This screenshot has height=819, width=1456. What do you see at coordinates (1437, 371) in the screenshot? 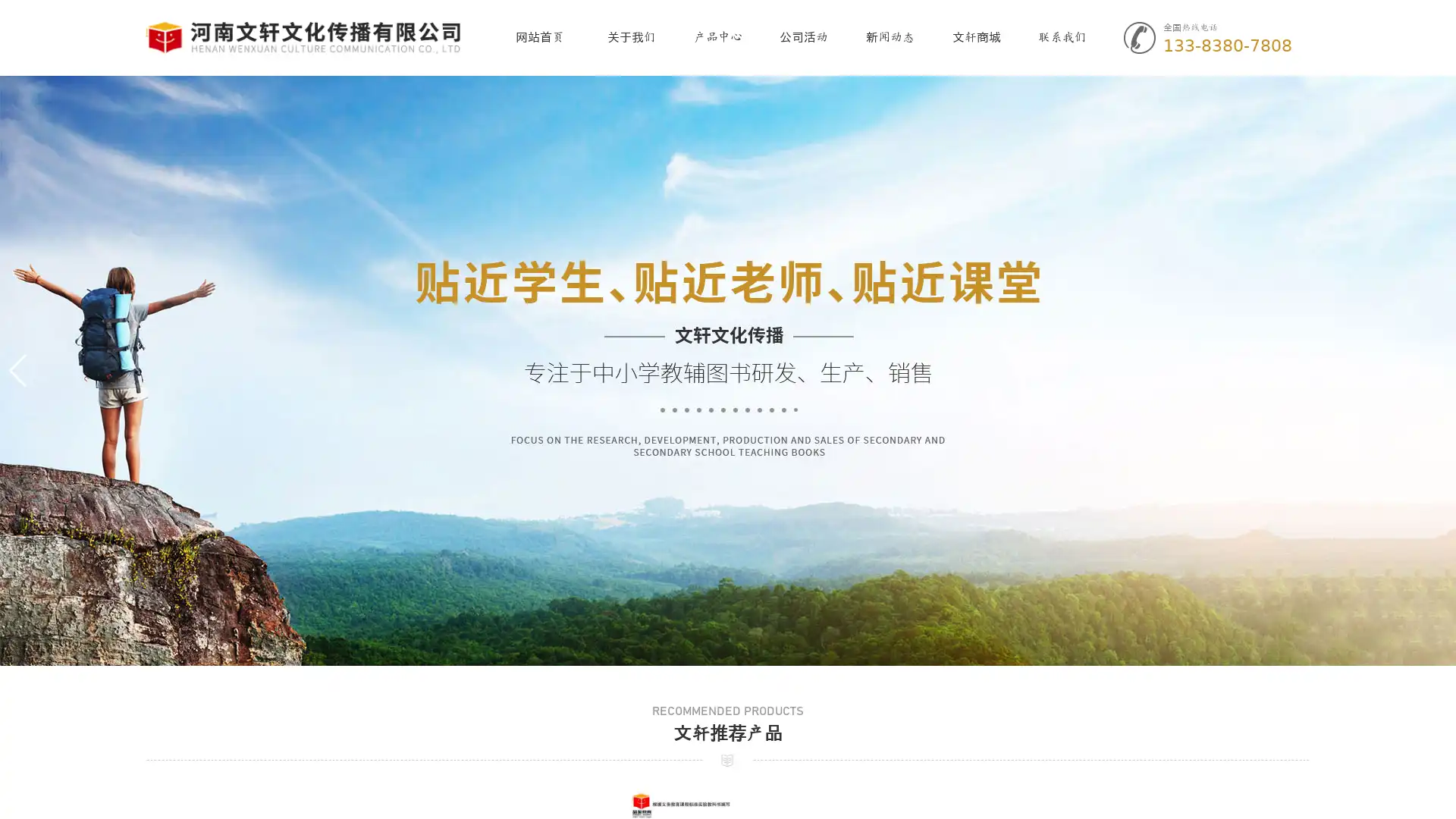
I see `Next slide` at bounding box center [1437, 371].